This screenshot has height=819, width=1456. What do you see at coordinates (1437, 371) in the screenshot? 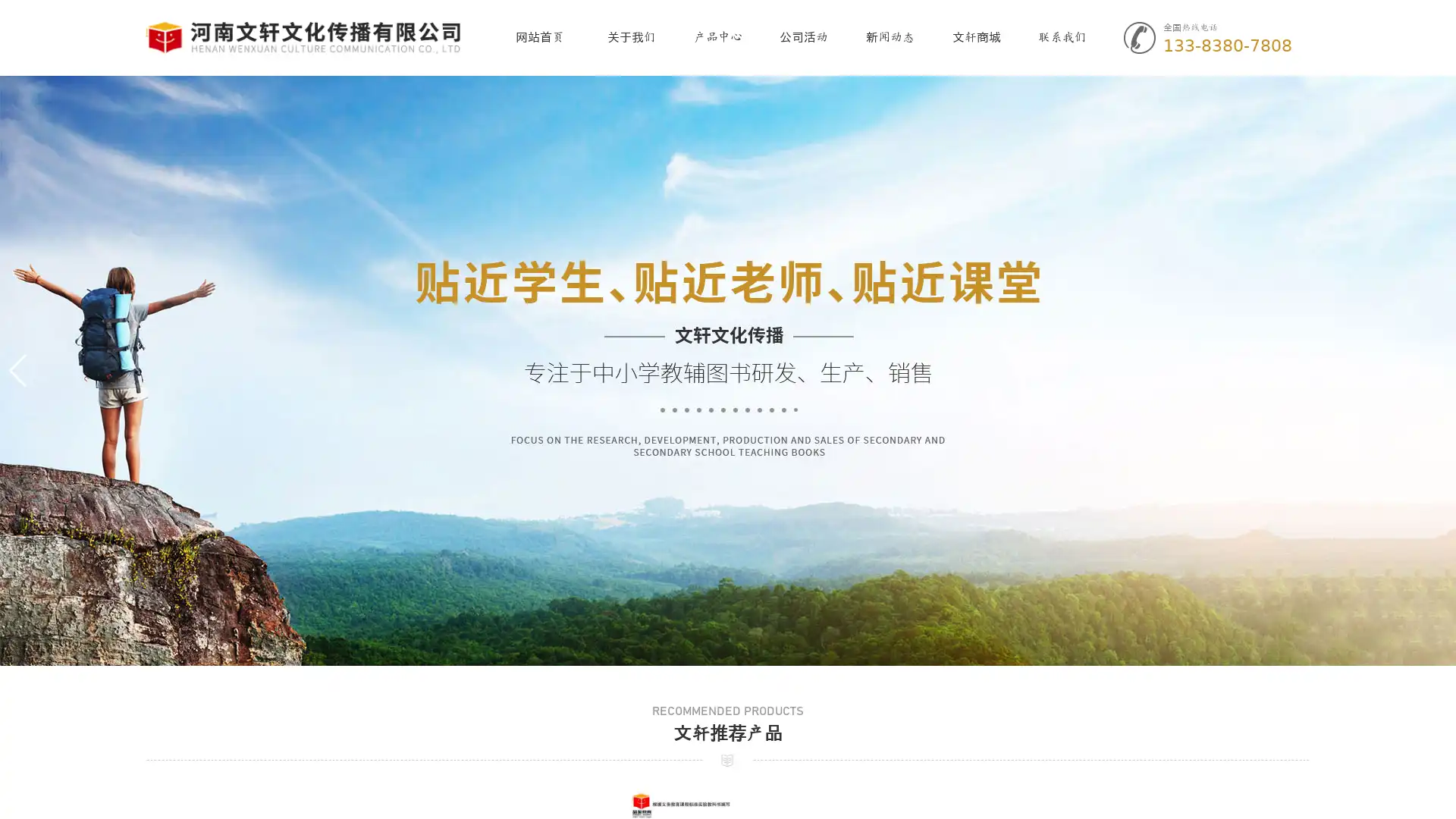
I see `Next slide` at bounding box center [1437, 371].